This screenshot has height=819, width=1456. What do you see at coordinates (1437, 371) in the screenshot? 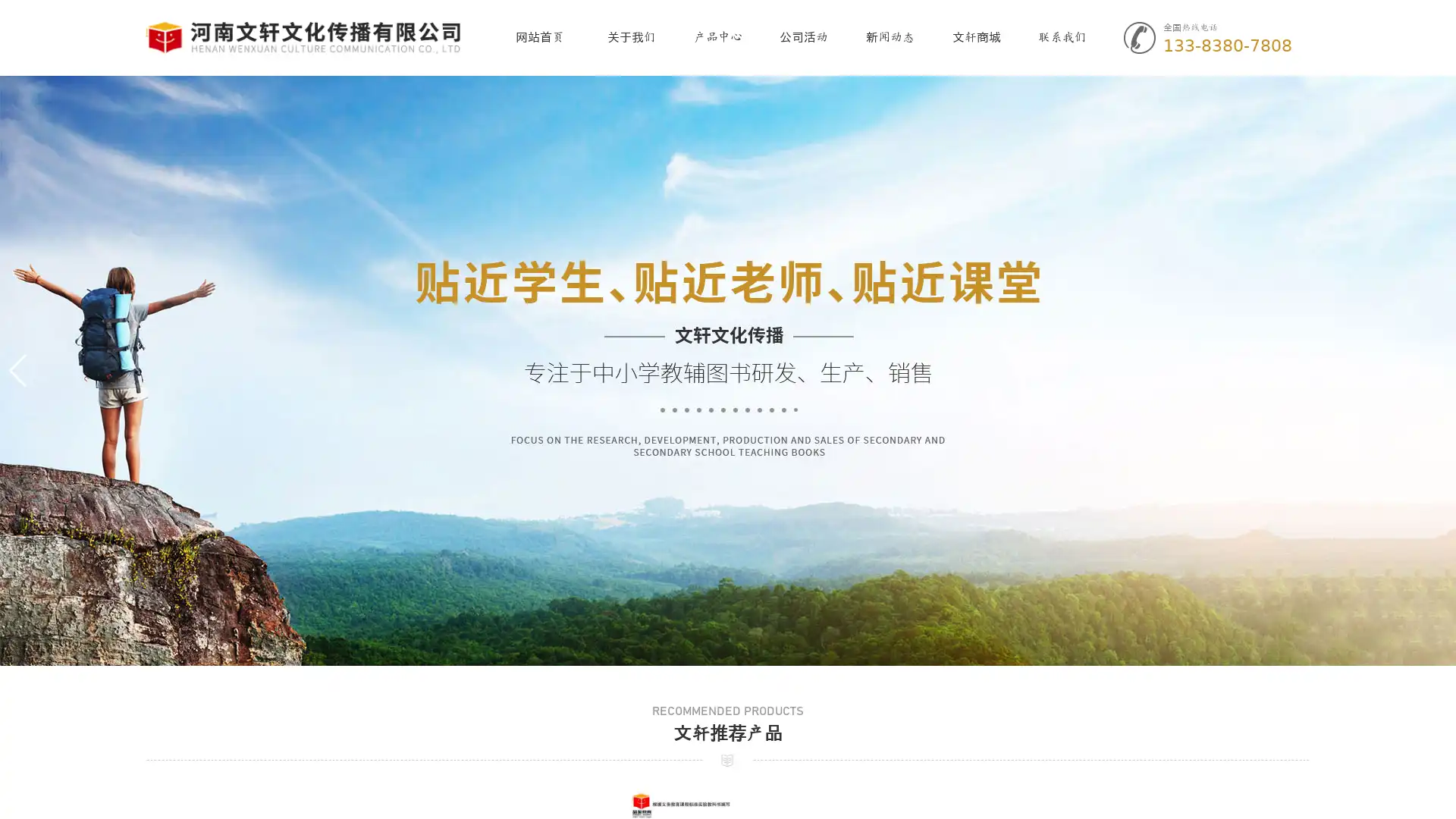
I see `Next slide` at bounding box center [1437, 371].